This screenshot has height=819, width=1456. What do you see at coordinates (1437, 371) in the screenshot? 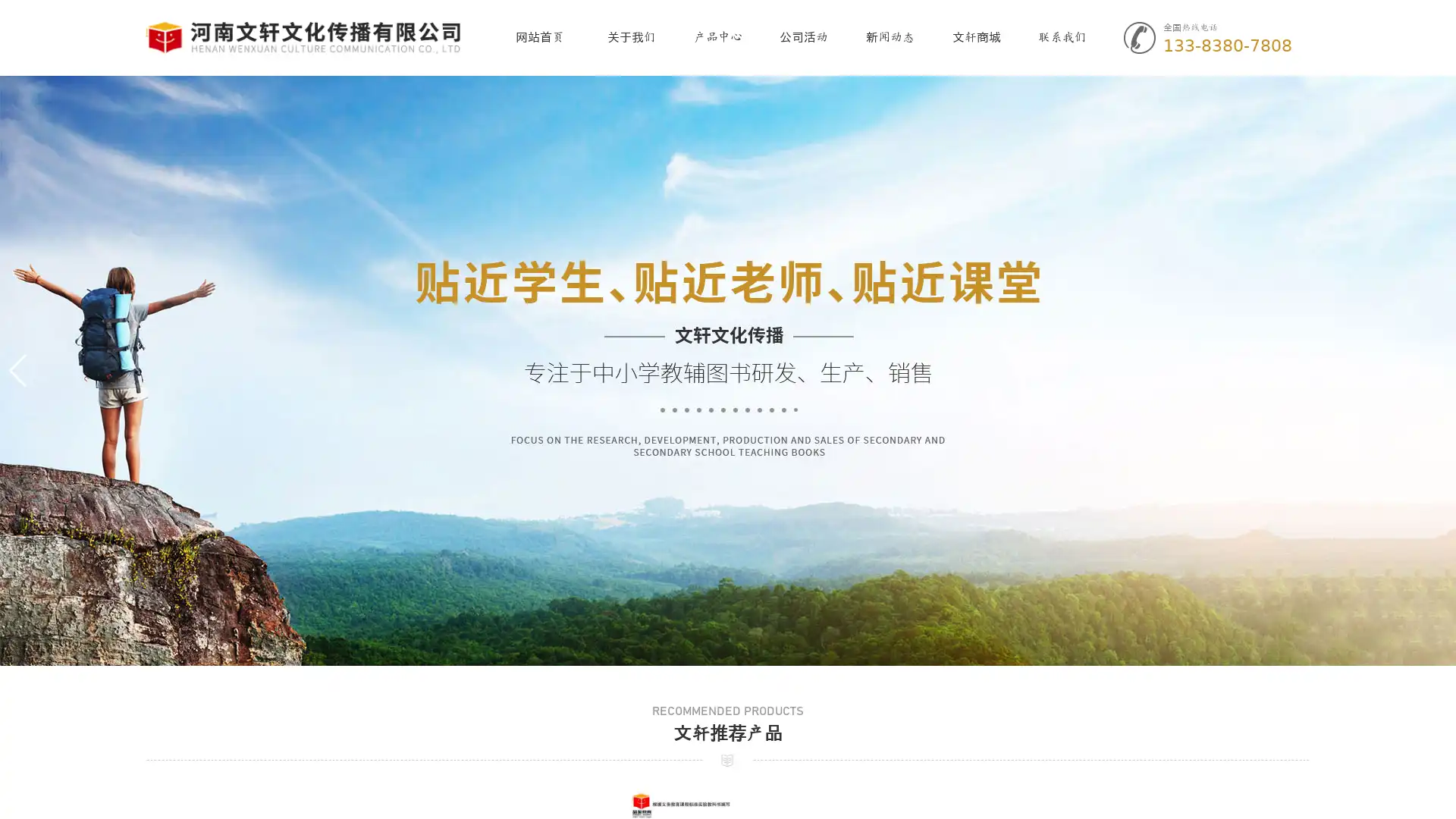
I see `Next slide` at bounding box center [1437, 371].